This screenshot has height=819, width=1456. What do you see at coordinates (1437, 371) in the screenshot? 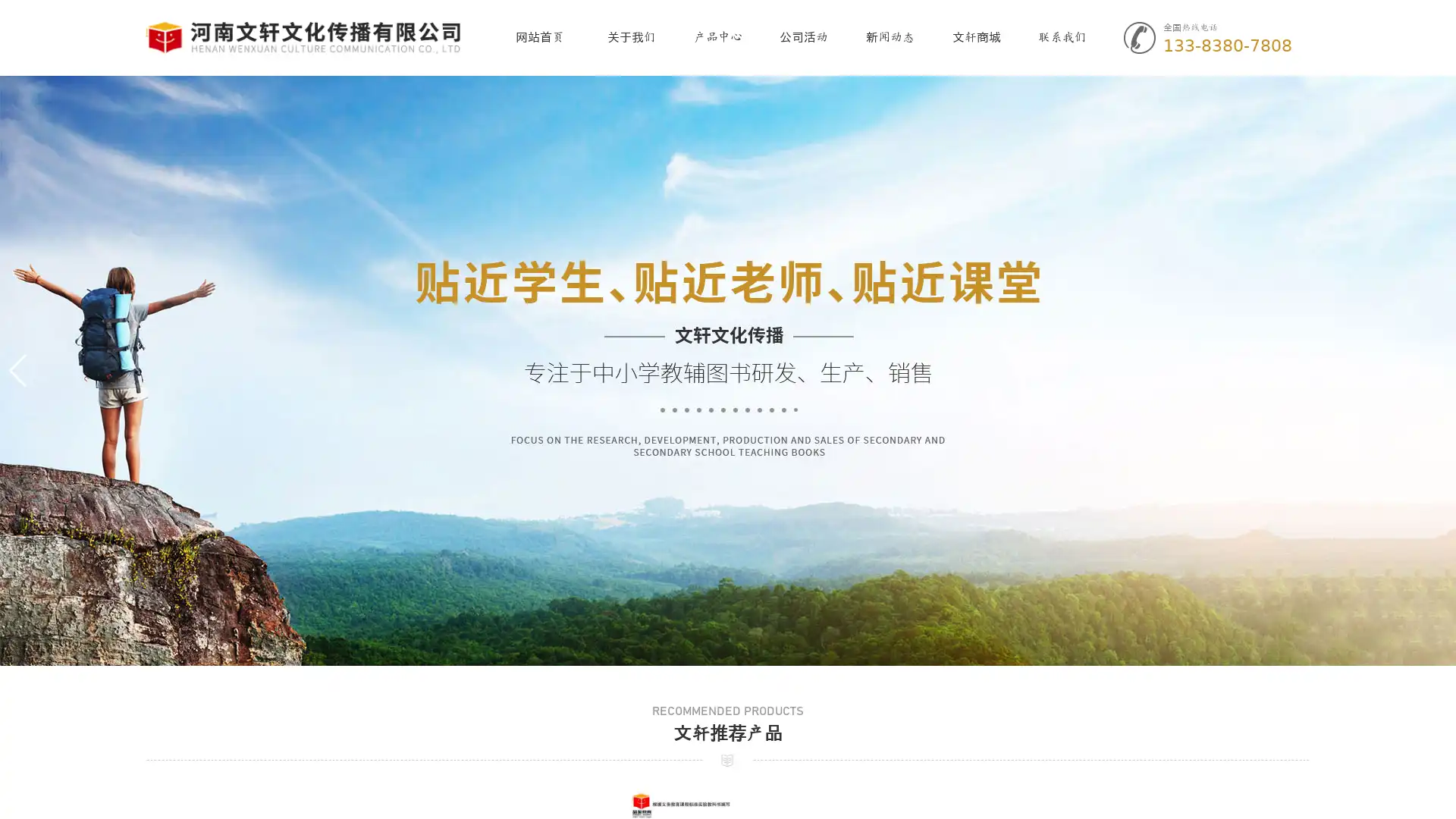
I see `Next slide` at bounding box center [1437, 371].